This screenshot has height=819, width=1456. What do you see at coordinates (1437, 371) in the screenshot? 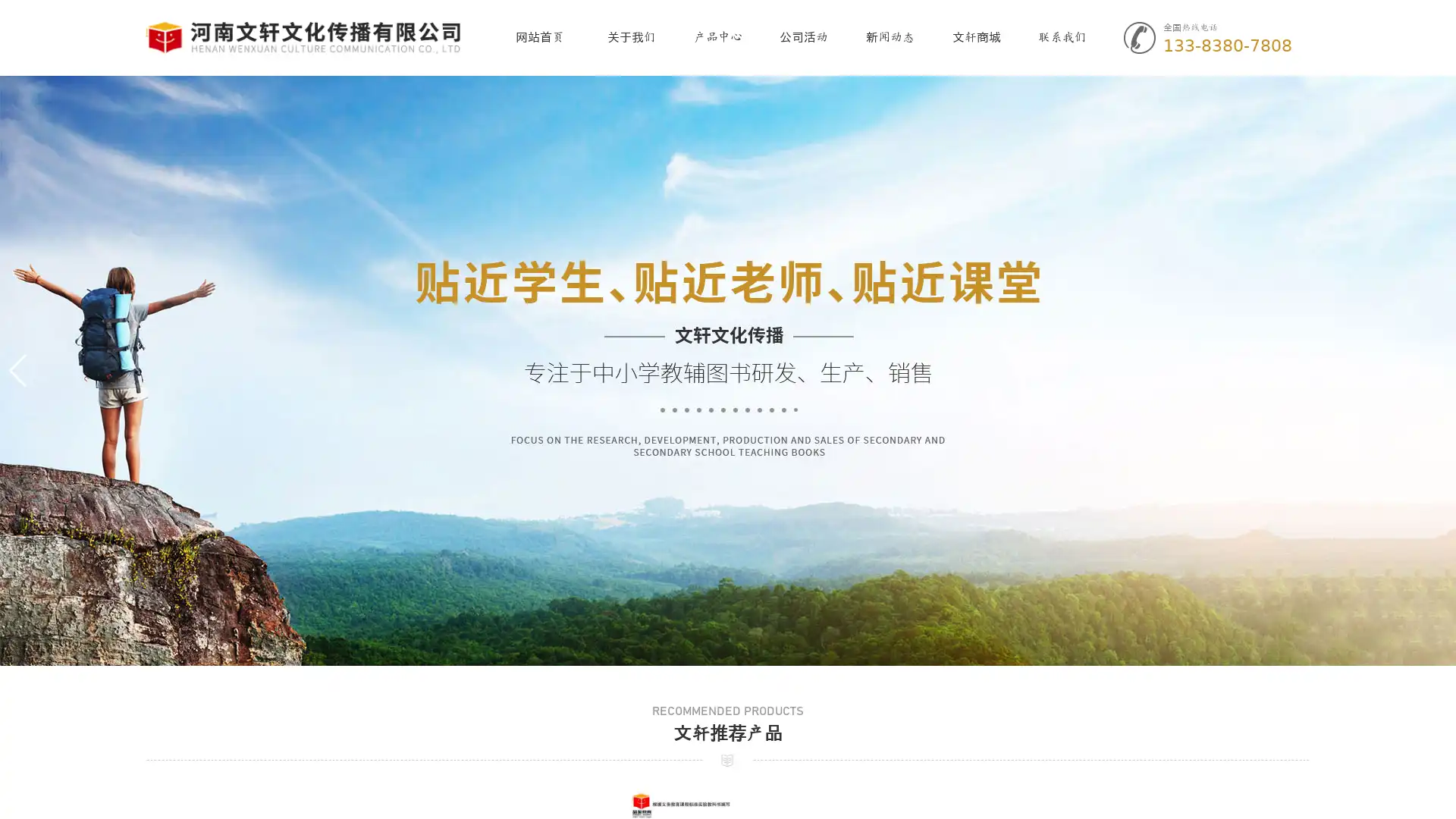
I see `Next slide` at bounding box center [1437, 371].